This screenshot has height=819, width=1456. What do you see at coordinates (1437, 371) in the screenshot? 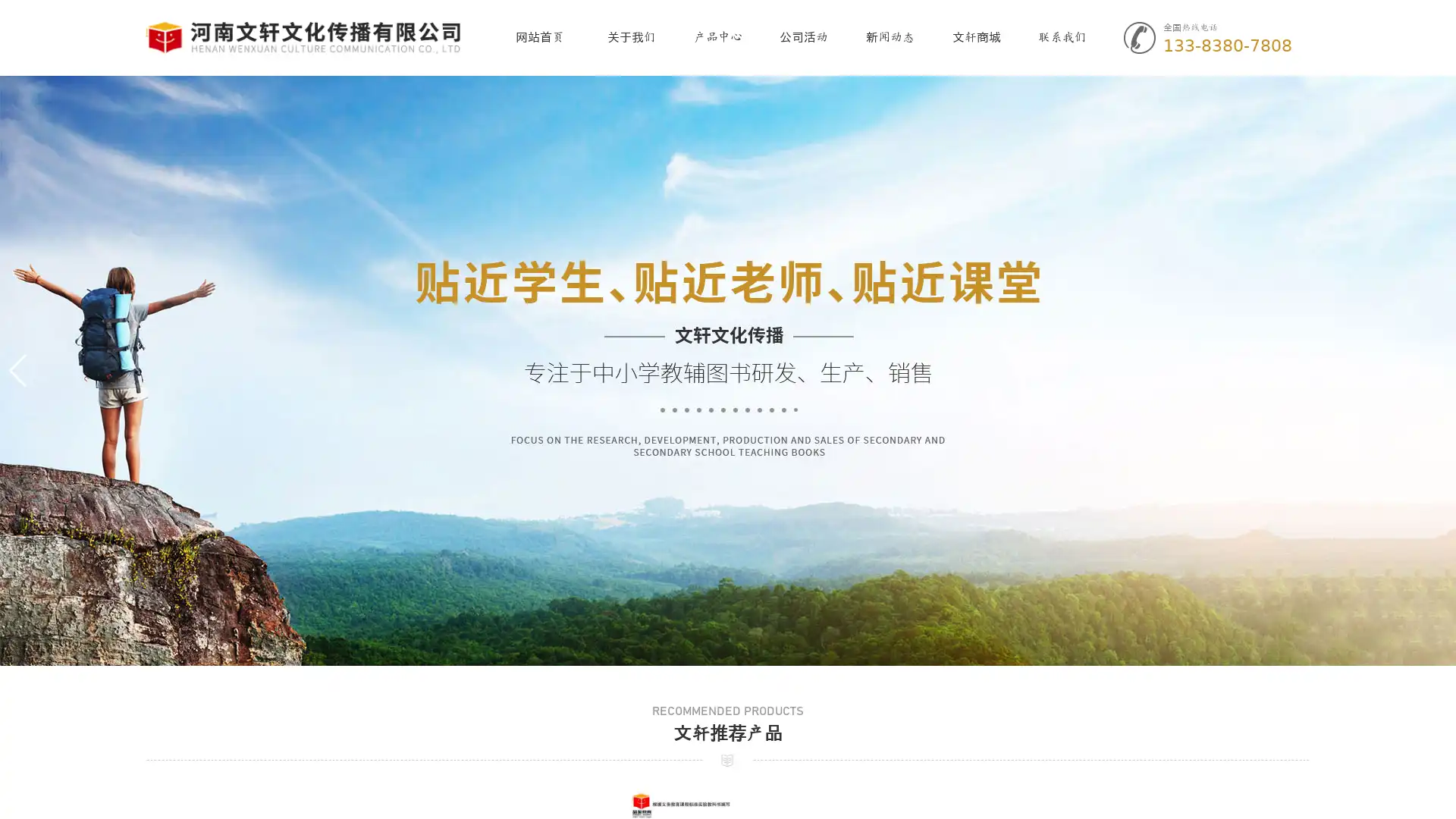
I see `Next slide` at bounding box center [1437, 371].